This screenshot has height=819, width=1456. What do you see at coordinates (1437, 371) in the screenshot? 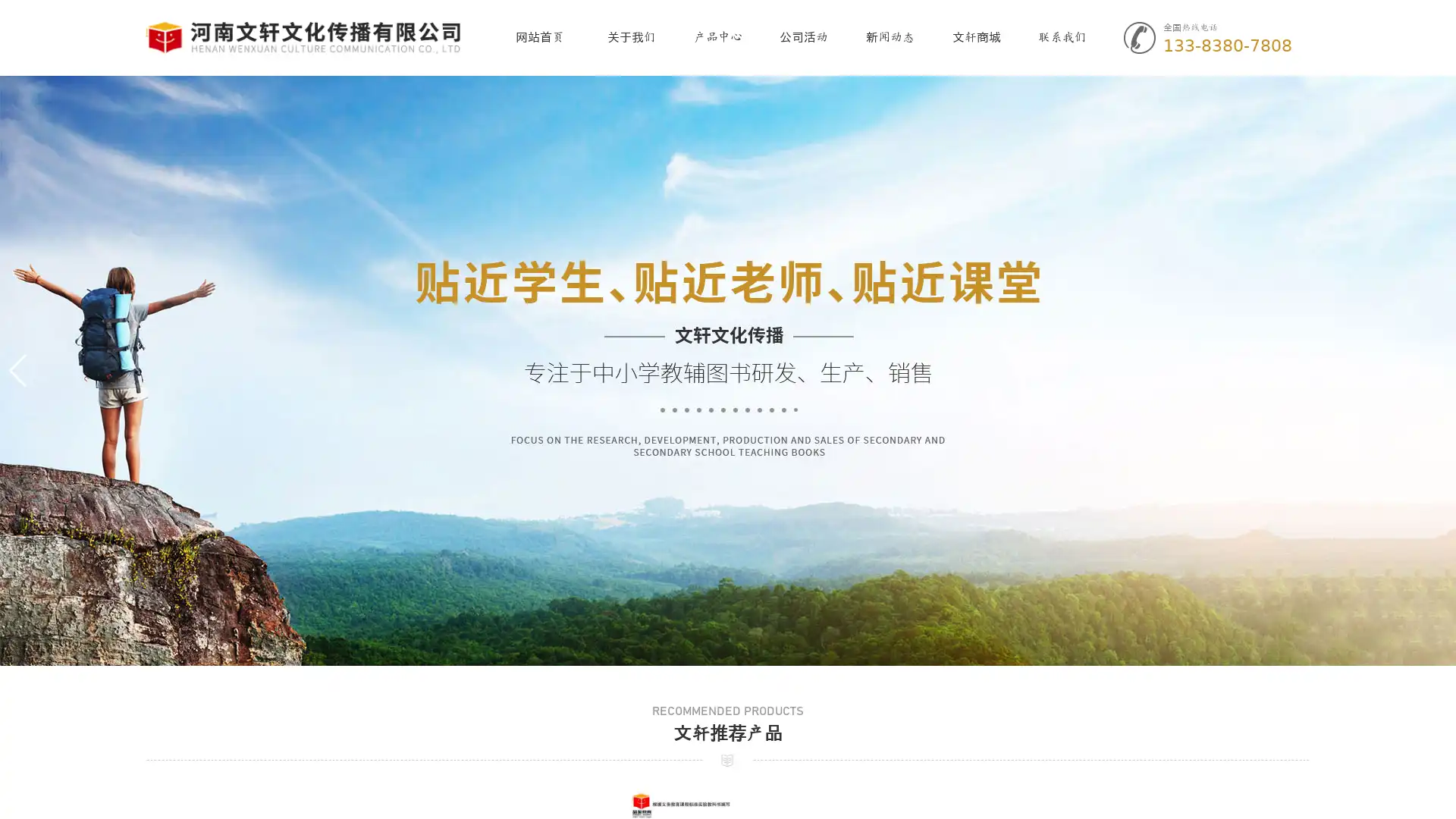
I see `Next slide` at bounding box center [1437, 371].